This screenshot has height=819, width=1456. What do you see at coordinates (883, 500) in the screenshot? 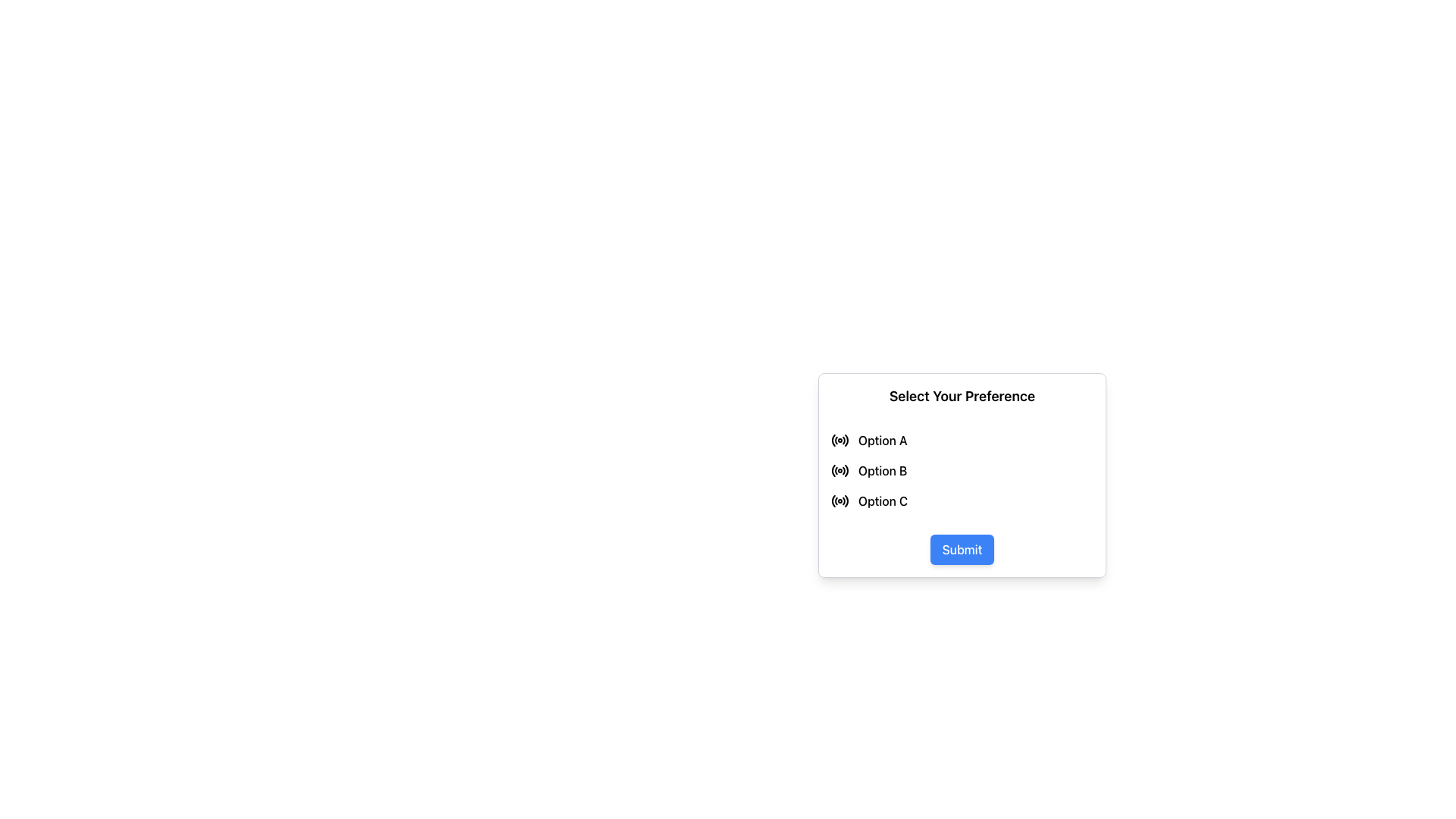
I see `text of the label for the third radio button option in the 'Select Your Preference' group, which is positioned to the right of its associated radio button` at bounding box center [883, 500].